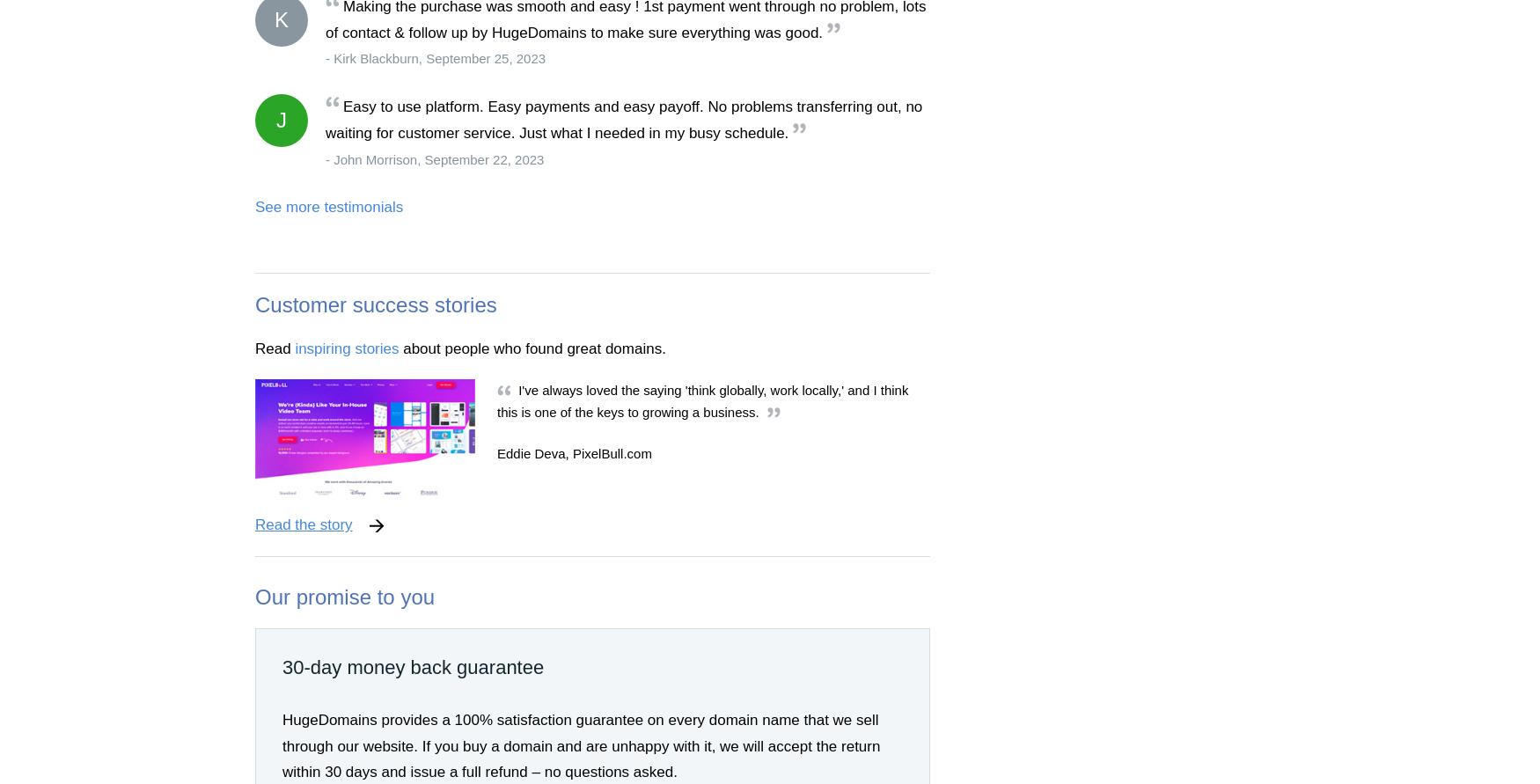 This screenshot has height=784, width=1540. I want to click on 'Read the story', so click(303, 524).